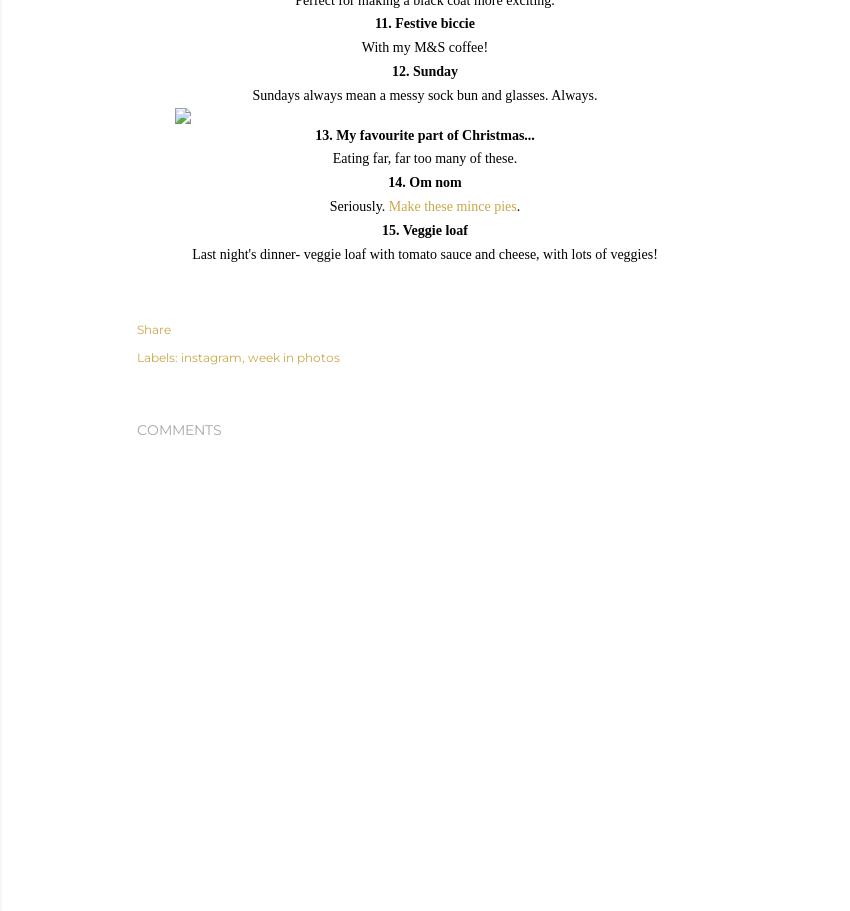 Image resolution: width=850 pixels, height=911 pixels. I want to click on '13. My favourite part of Christmas...', so click(424, 133).